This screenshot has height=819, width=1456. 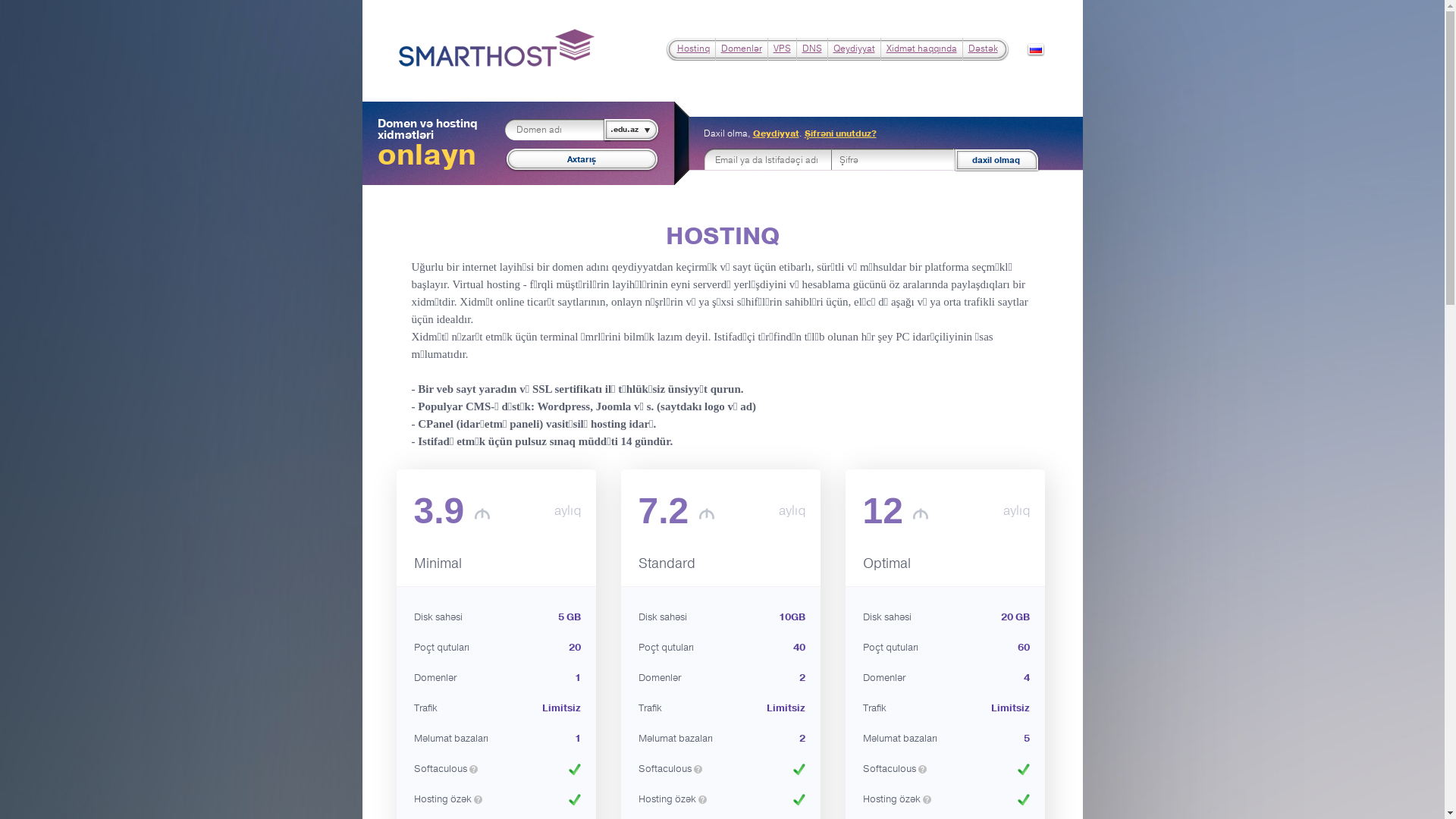 I want to click on 'VPS', so click(x=782, y=48).